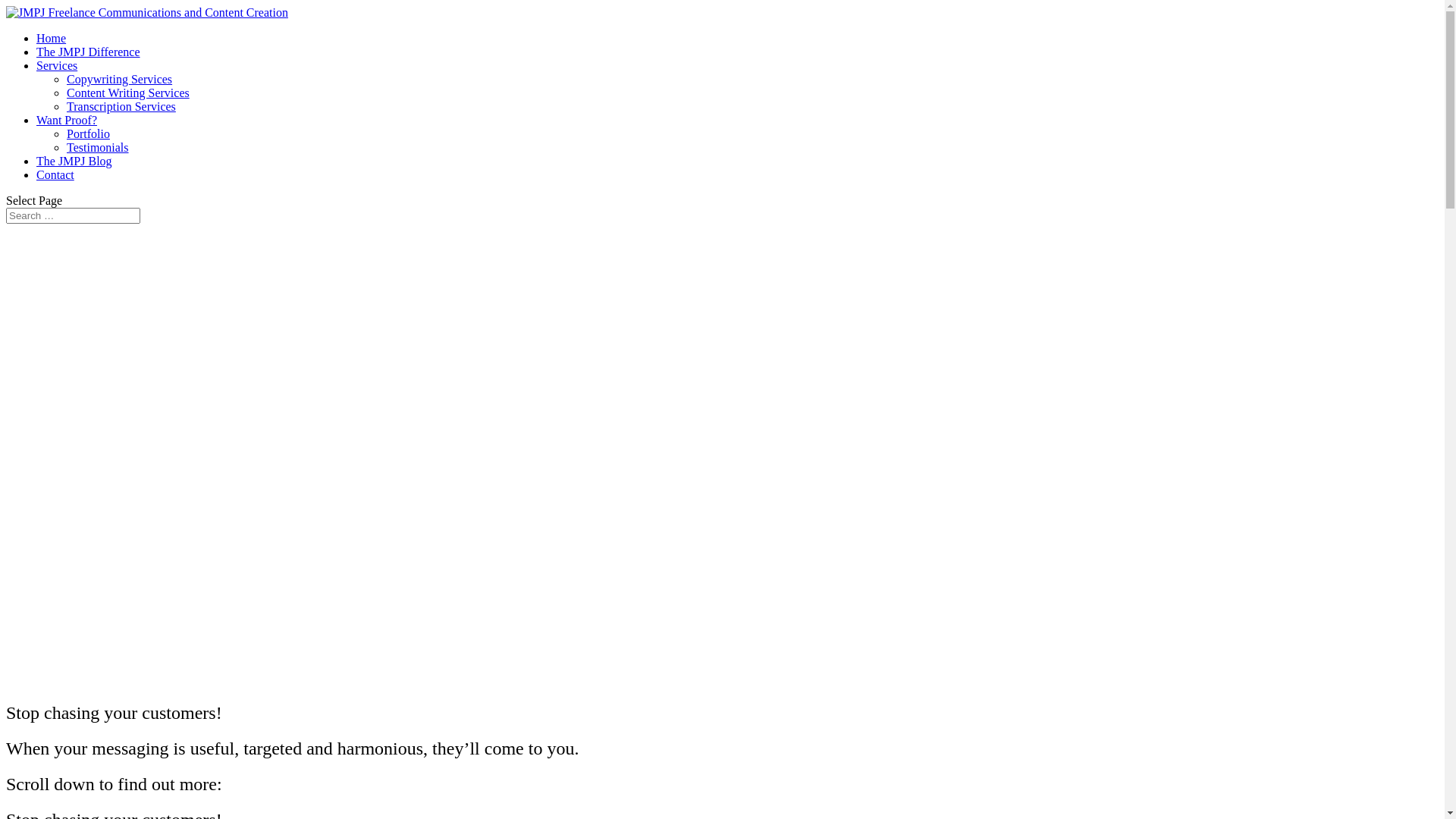 The height and width of the screenshot is (819, 1456). What do you see at coordinates (51, 37) in the screenshot?
I see `'Home'` at bounding box center [51, 37].